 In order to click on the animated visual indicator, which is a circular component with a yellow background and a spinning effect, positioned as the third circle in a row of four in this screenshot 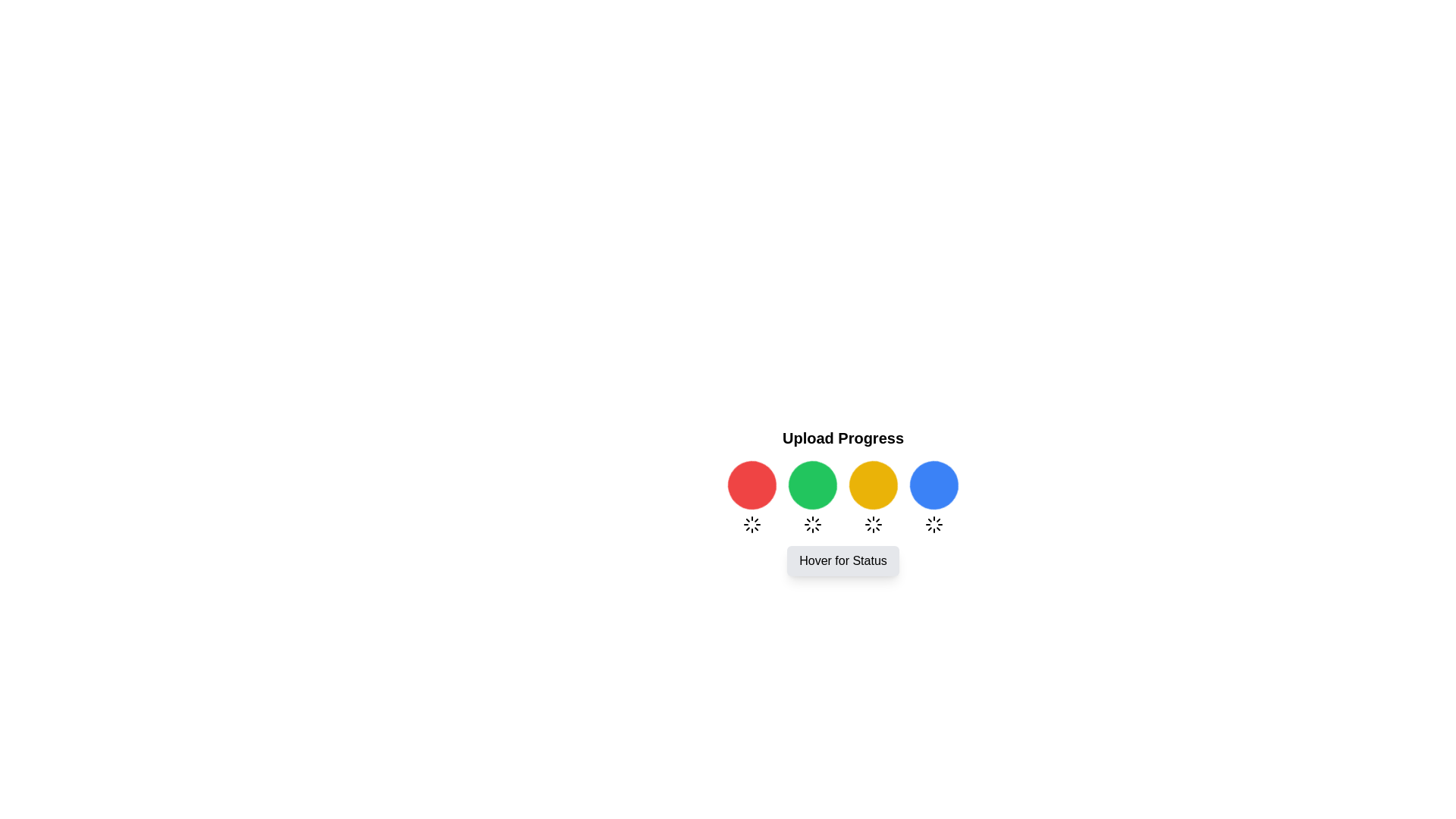, I will do `click(874, 485)`.